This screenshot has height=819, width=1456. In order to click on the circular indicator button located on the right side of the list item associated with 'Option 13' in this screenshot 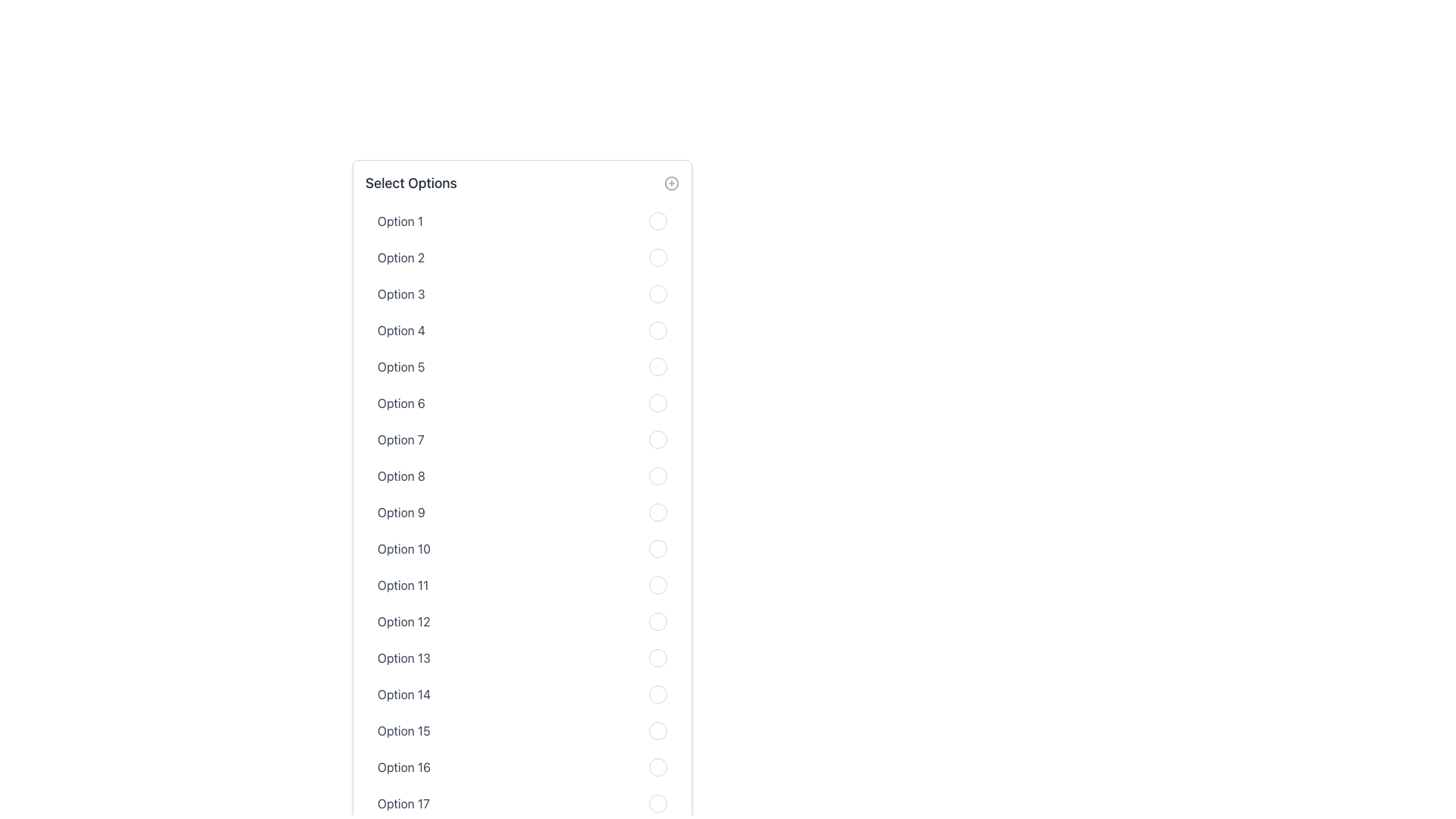, I will do `click(658, 657)`.